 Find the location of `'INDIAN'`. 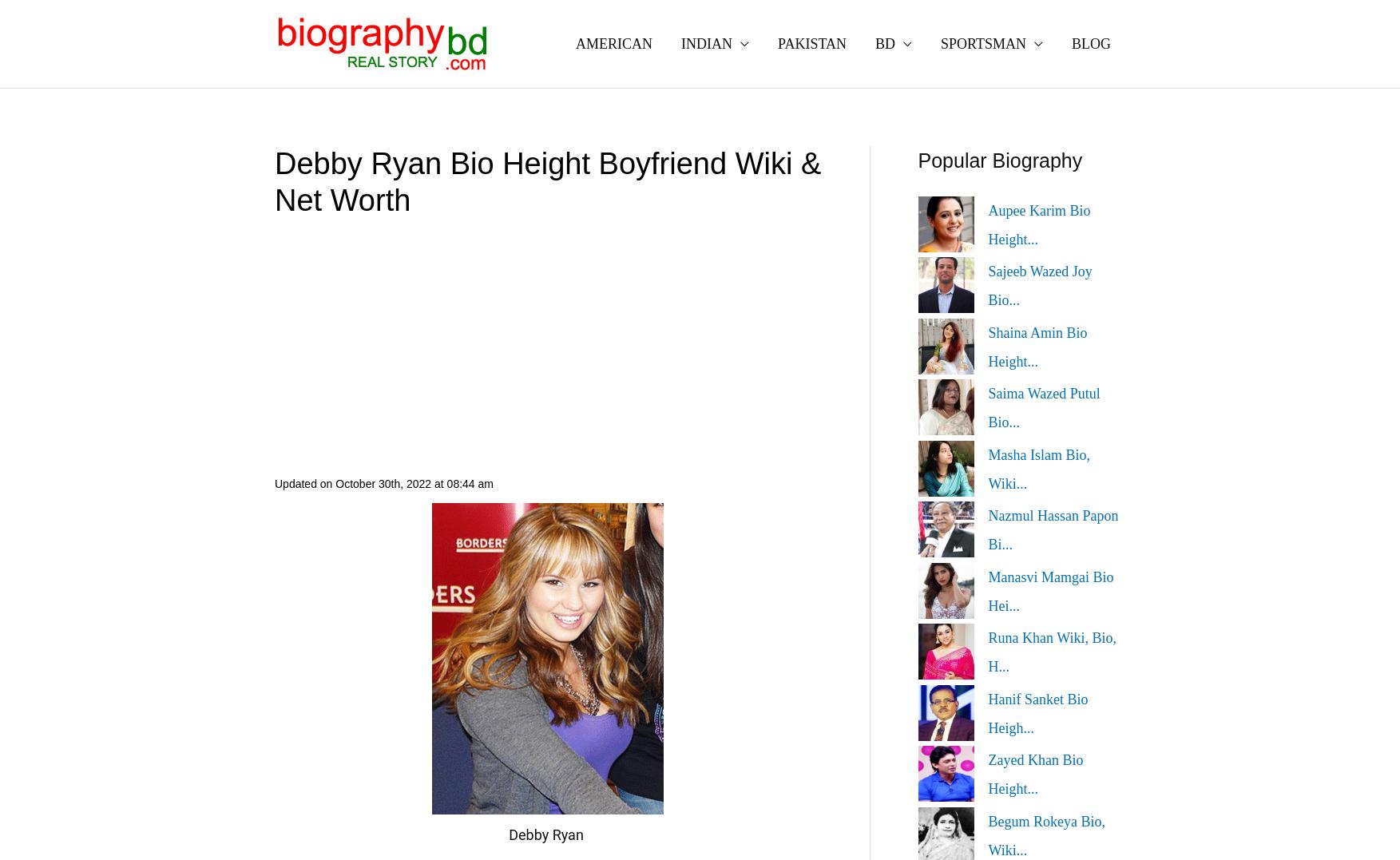

'INDIAN' is located at coordinates (705, 44).